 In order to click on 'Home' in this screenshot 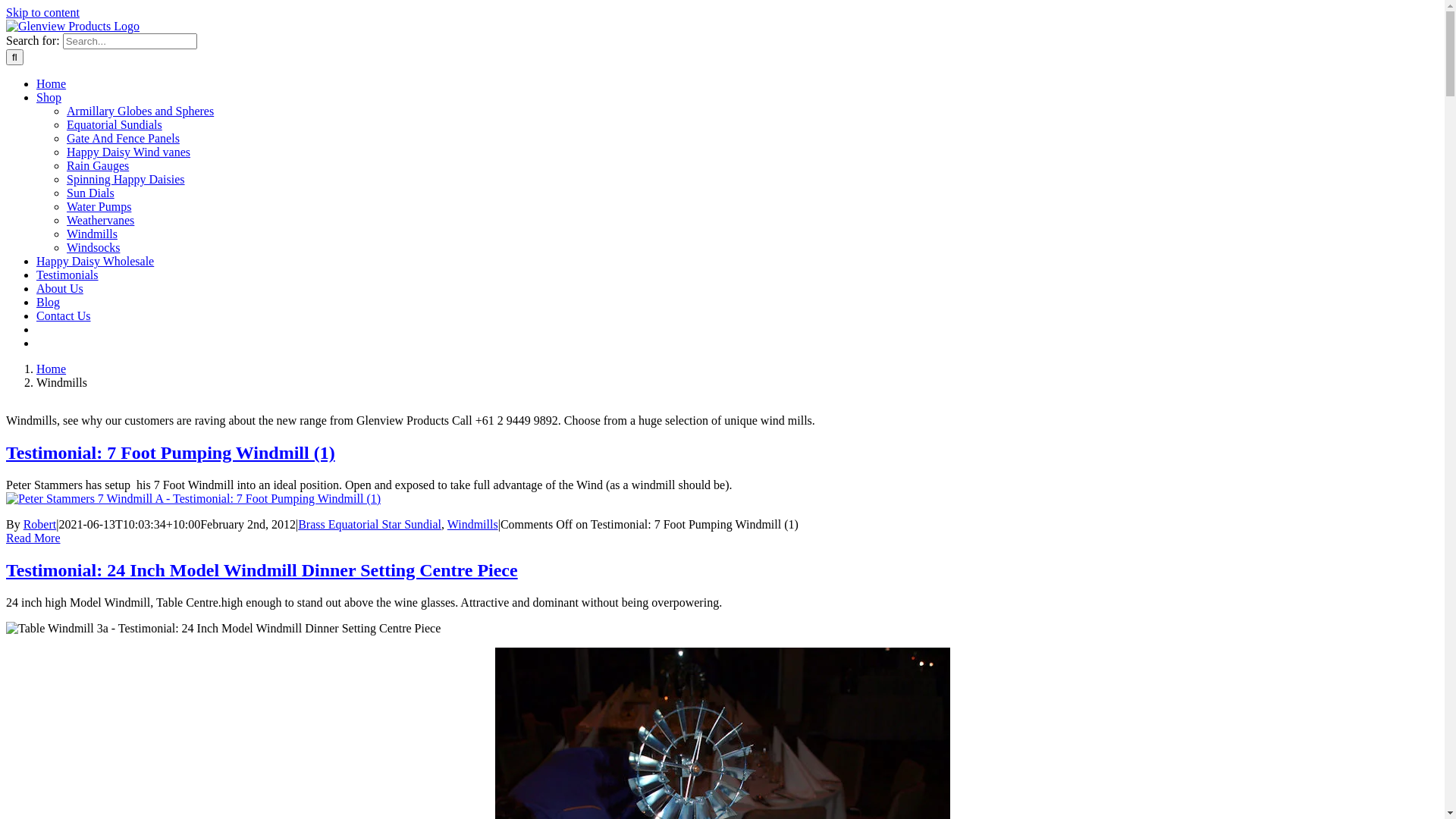, I will do `click(51, 369)`.